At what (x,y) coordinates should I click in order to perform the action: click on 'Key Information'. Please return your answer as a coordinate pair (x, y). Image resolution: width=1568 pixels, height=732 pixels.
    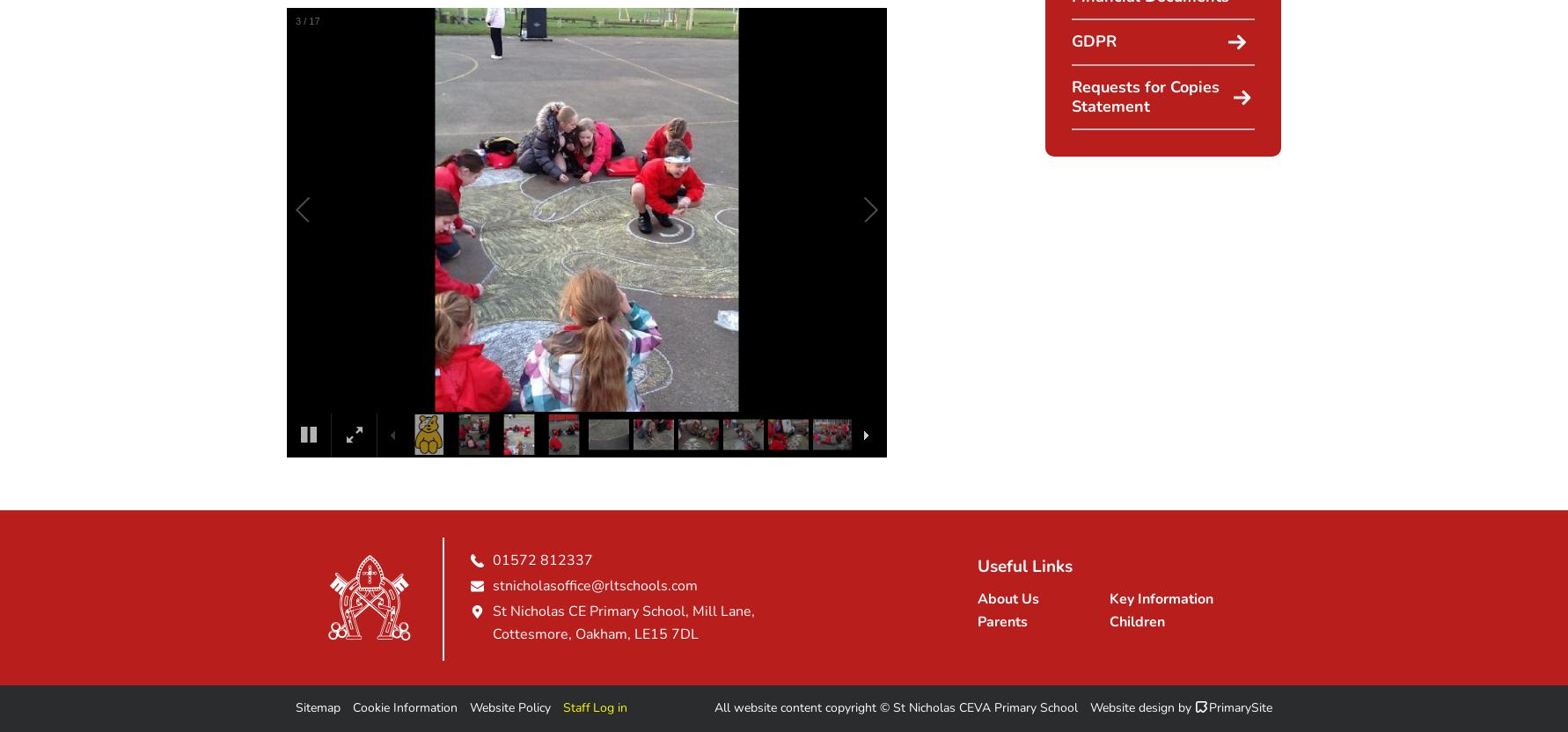
    Looking at the image, I should click on (1161, 597).